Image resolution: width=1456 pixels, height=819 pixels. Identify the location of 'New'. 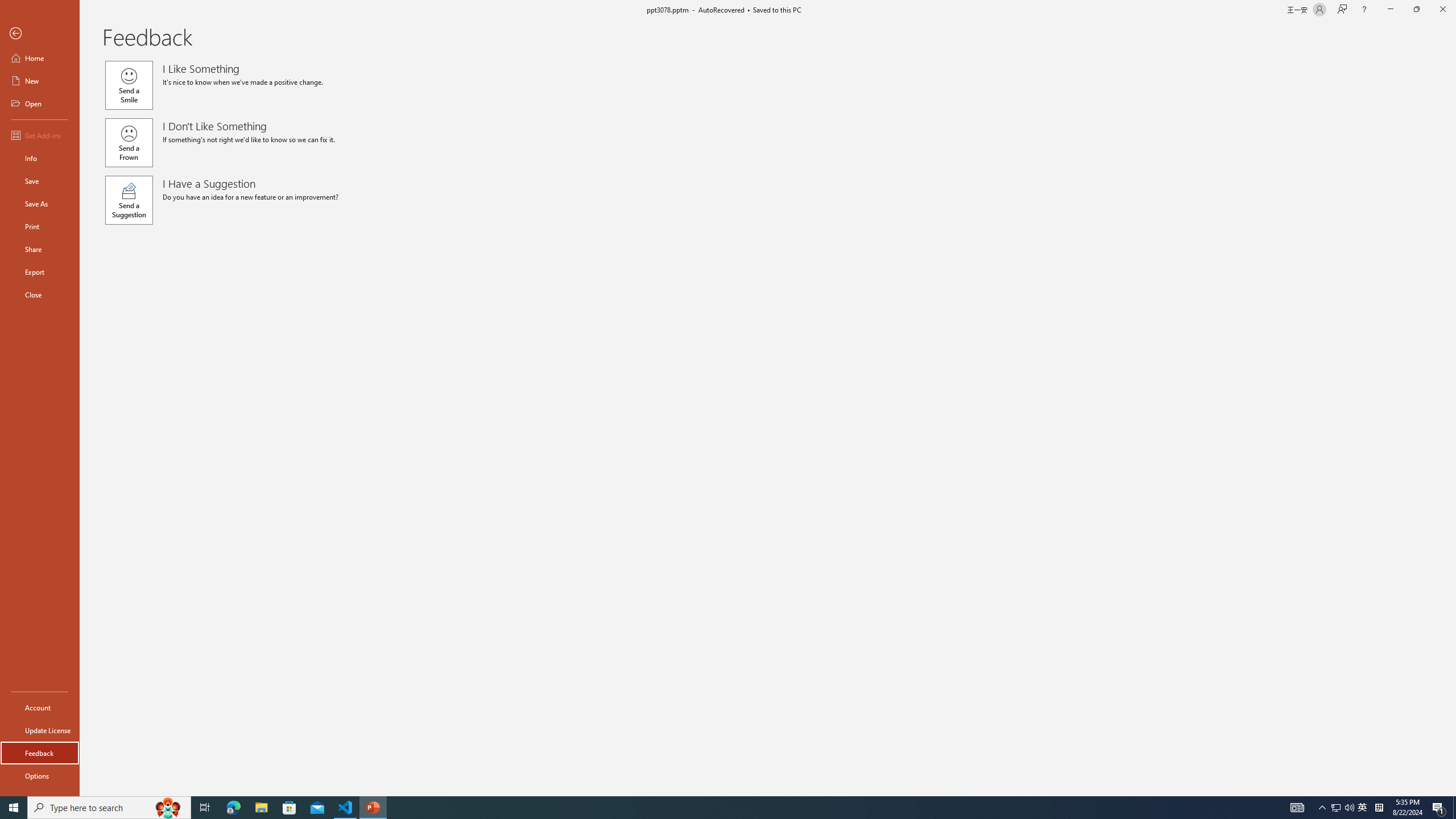
(39, 80).